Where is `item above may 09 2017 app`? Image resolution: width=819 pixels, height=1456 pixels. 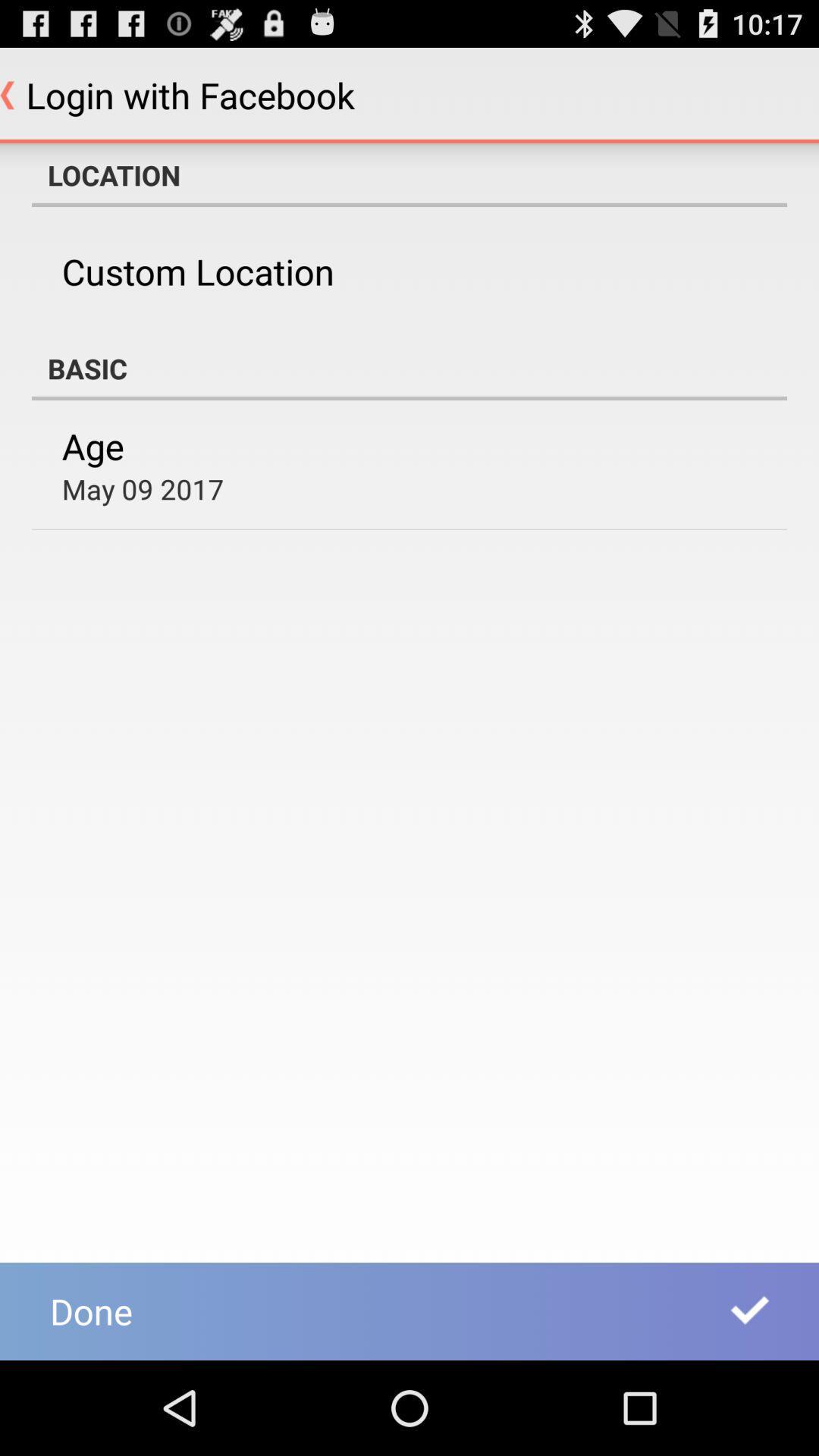
item above may 09 2017 app is located at coordinates (93, 445).